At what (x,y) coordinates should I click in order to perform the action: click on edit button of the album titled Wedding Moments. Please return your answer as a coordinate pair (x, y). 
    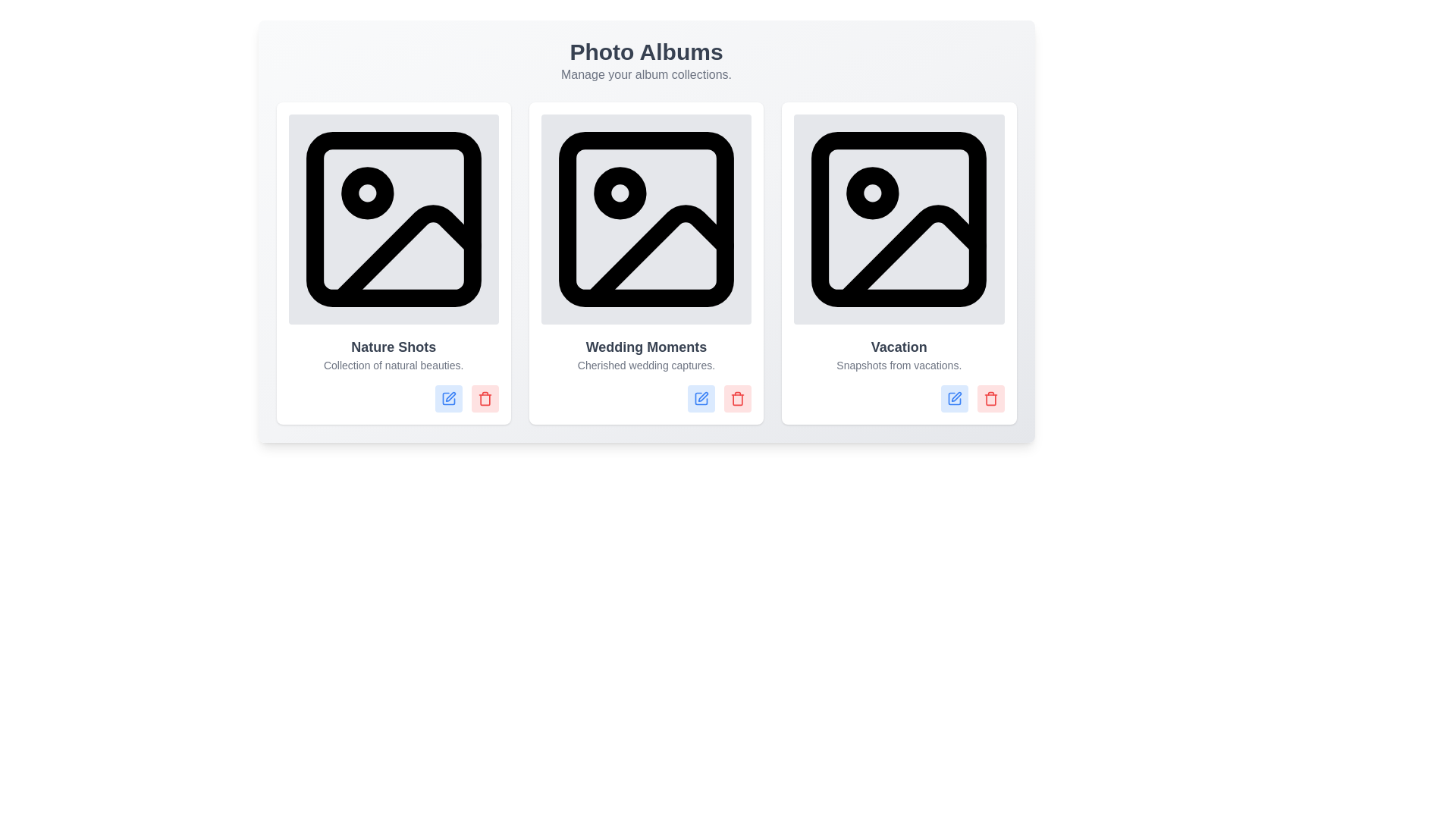
    Looking at the image, I should click on (701, 398).